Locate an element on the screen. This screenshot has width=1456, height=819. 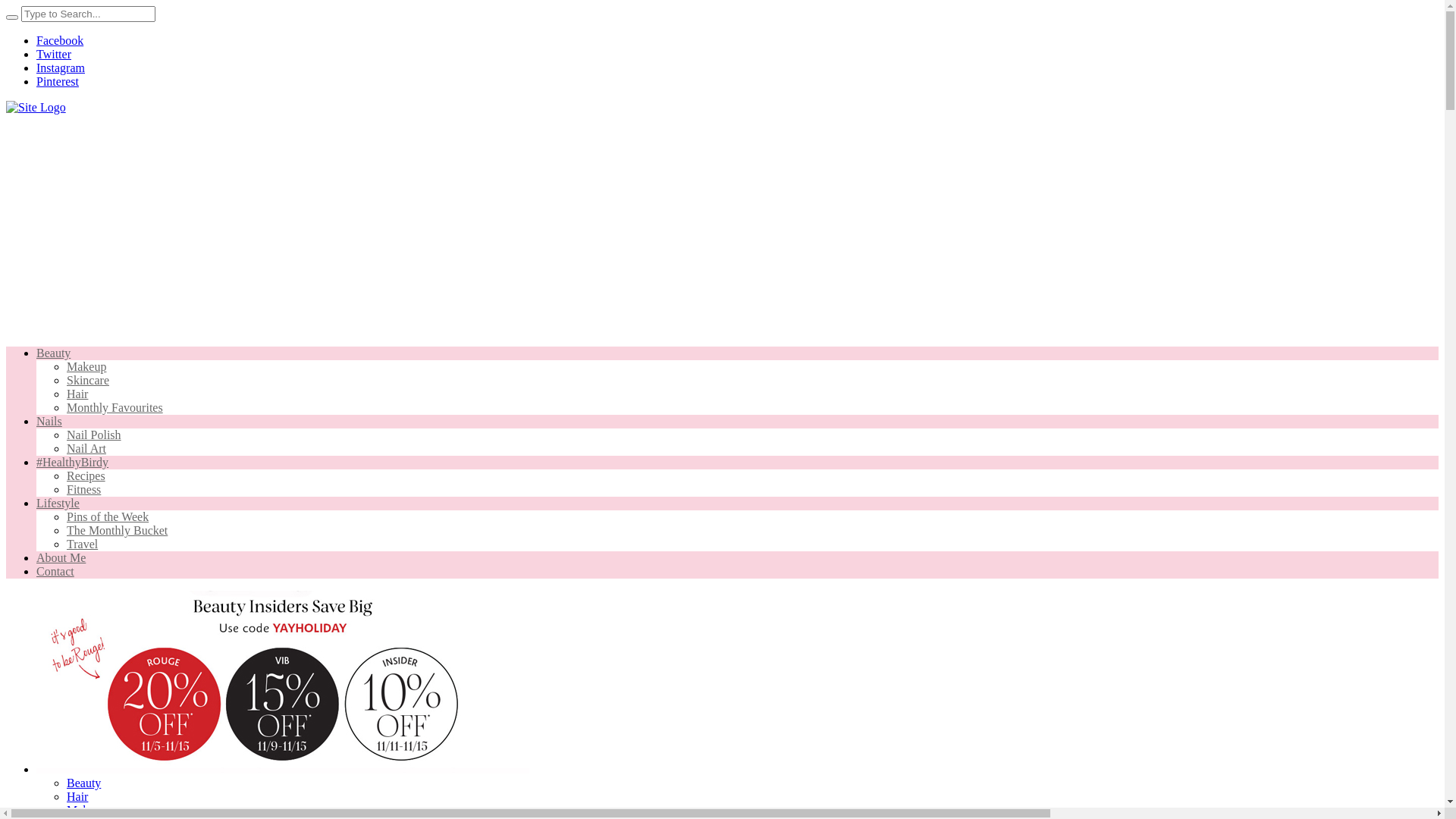
'Recipes' is located at coordinates (85, 475).